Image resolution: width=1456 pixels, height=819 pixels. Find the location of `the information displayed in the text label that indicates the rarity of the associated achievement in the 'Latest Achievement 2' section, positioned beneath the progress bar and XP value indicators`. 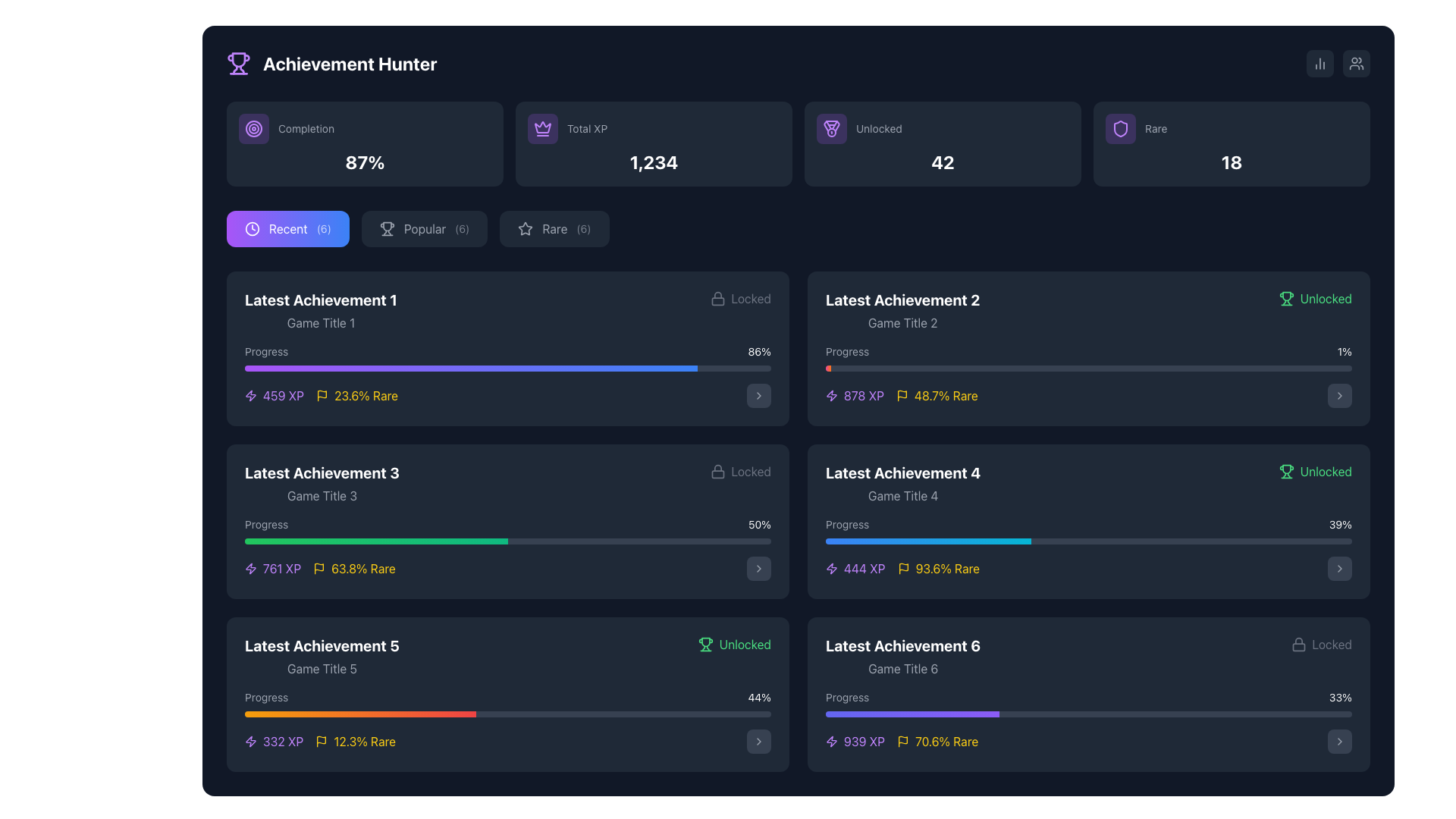

the information displayed in the text label that indicates the rarity of the associated achievement in the 'Latest Achievement 2' section, positioned beneath the progress bar and XP value indicators is located at coordinates (945, 394).